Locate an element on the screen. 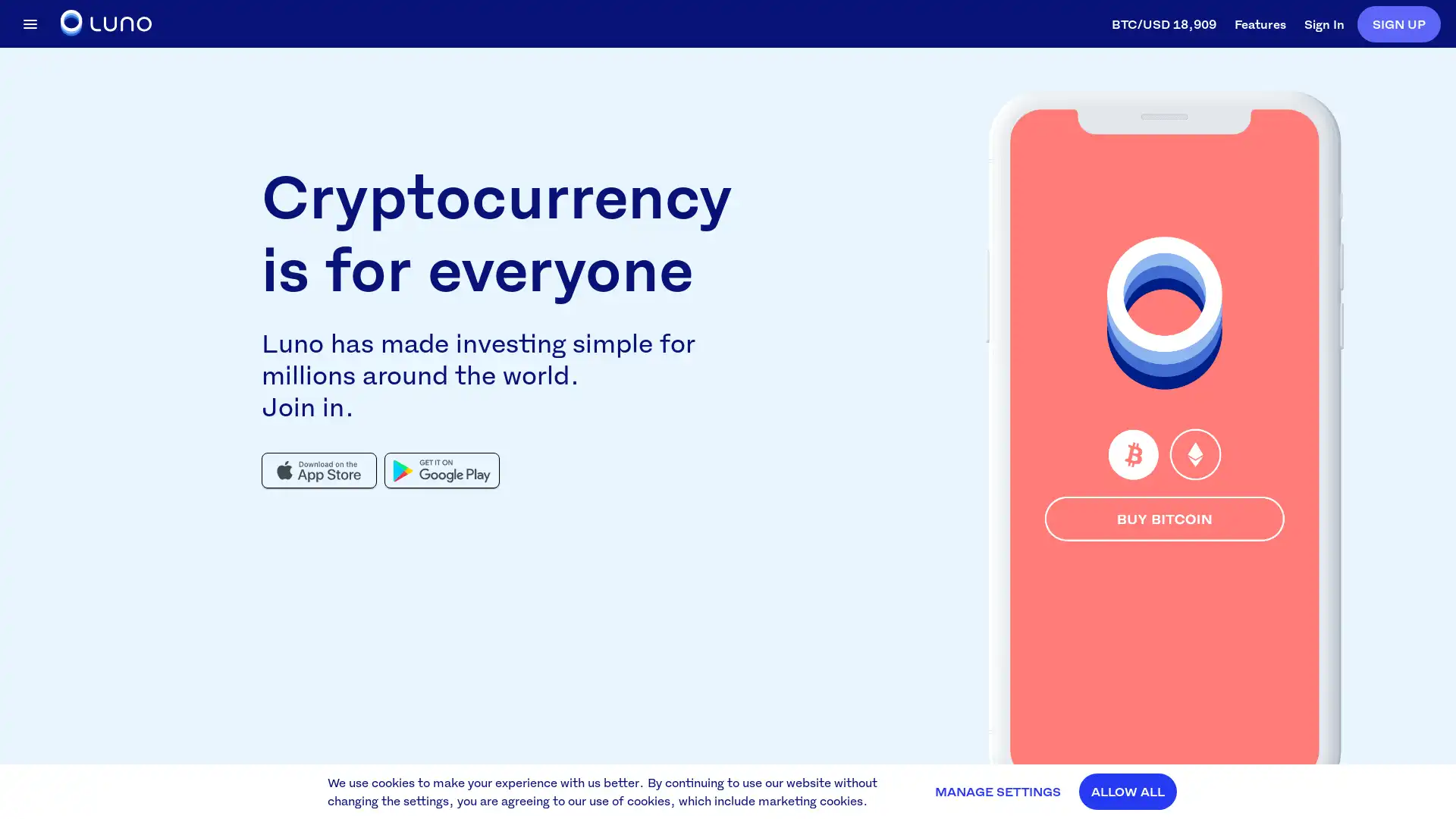 Image resolution: width=1456 pixels, height=819 pixels. The hamburger button that opens the menu is located at coordinates (30, 23).